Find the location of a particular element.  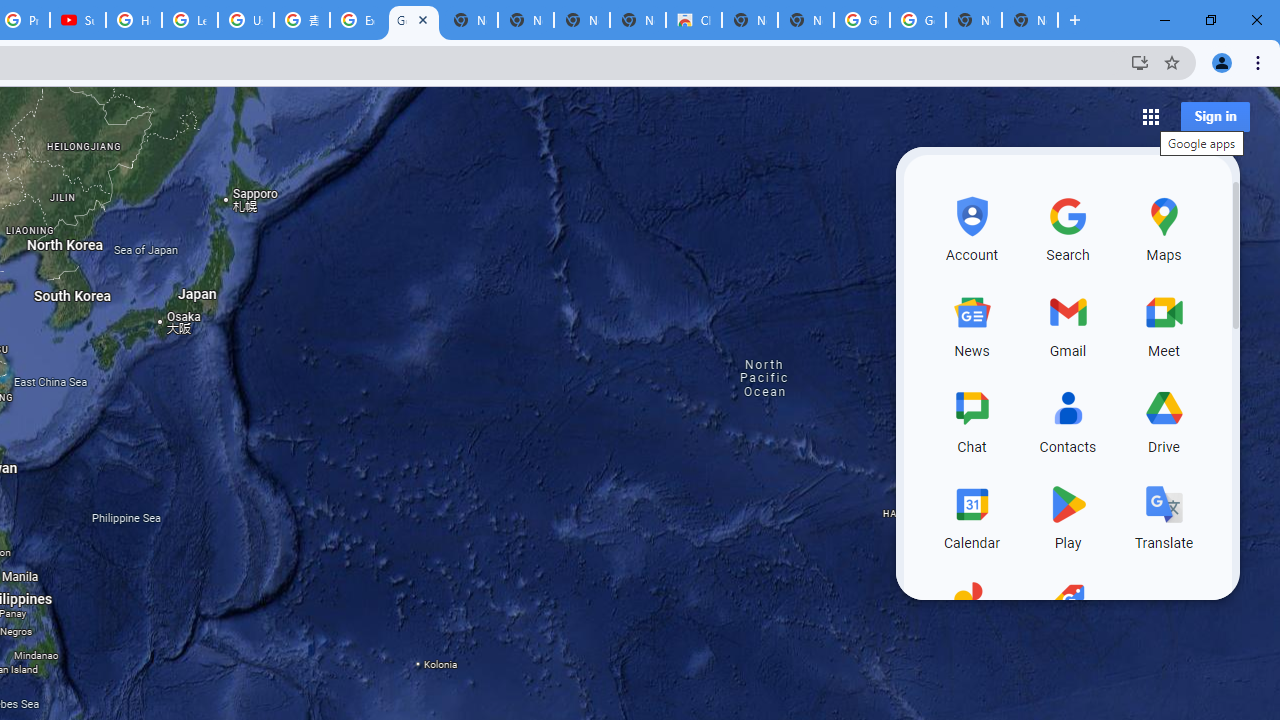

'Install Google Maps' is located at coordinates (1139, 61).